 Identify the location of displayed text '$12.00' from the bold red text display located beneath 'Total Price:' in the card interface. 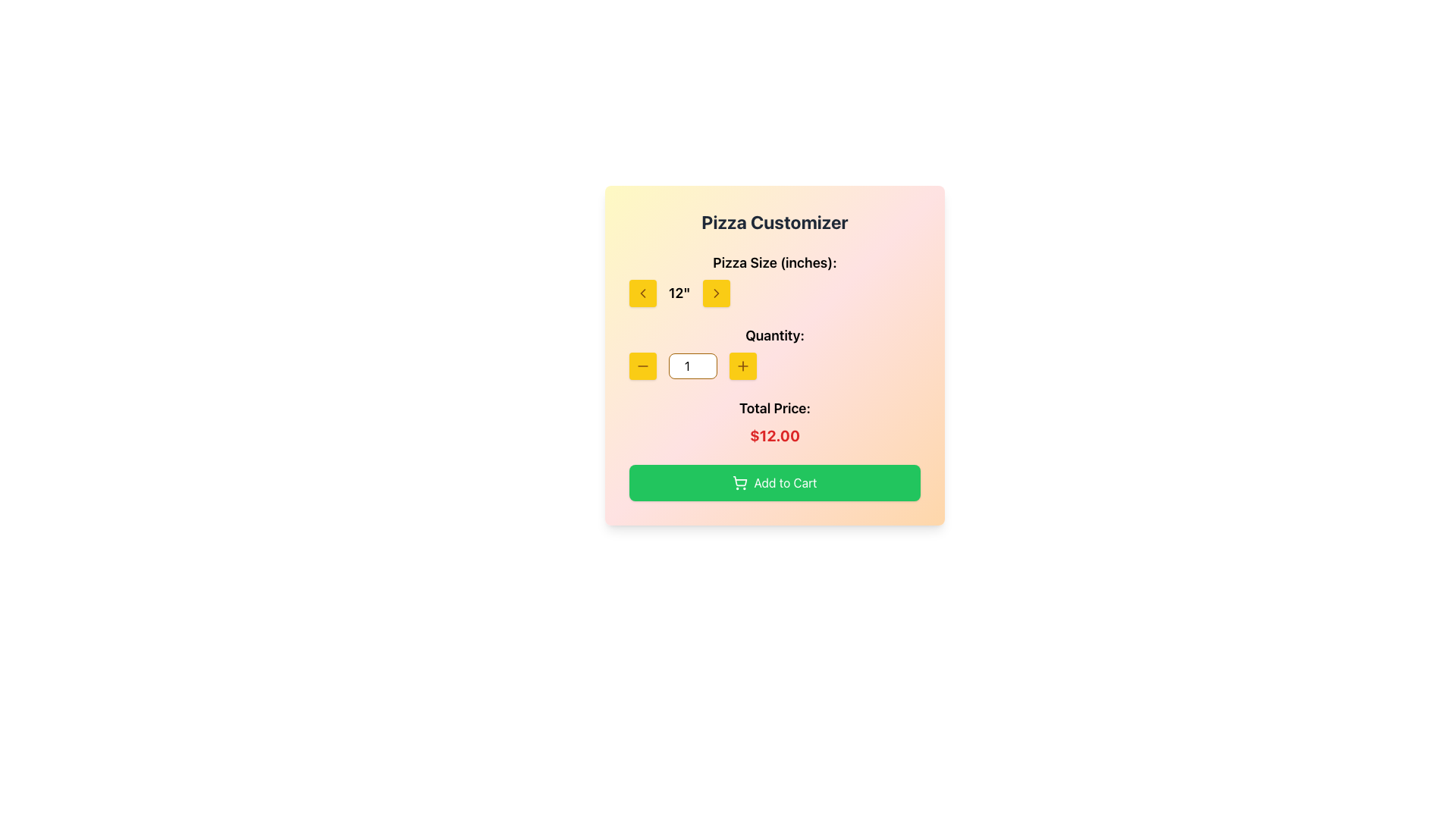
(775, 435).